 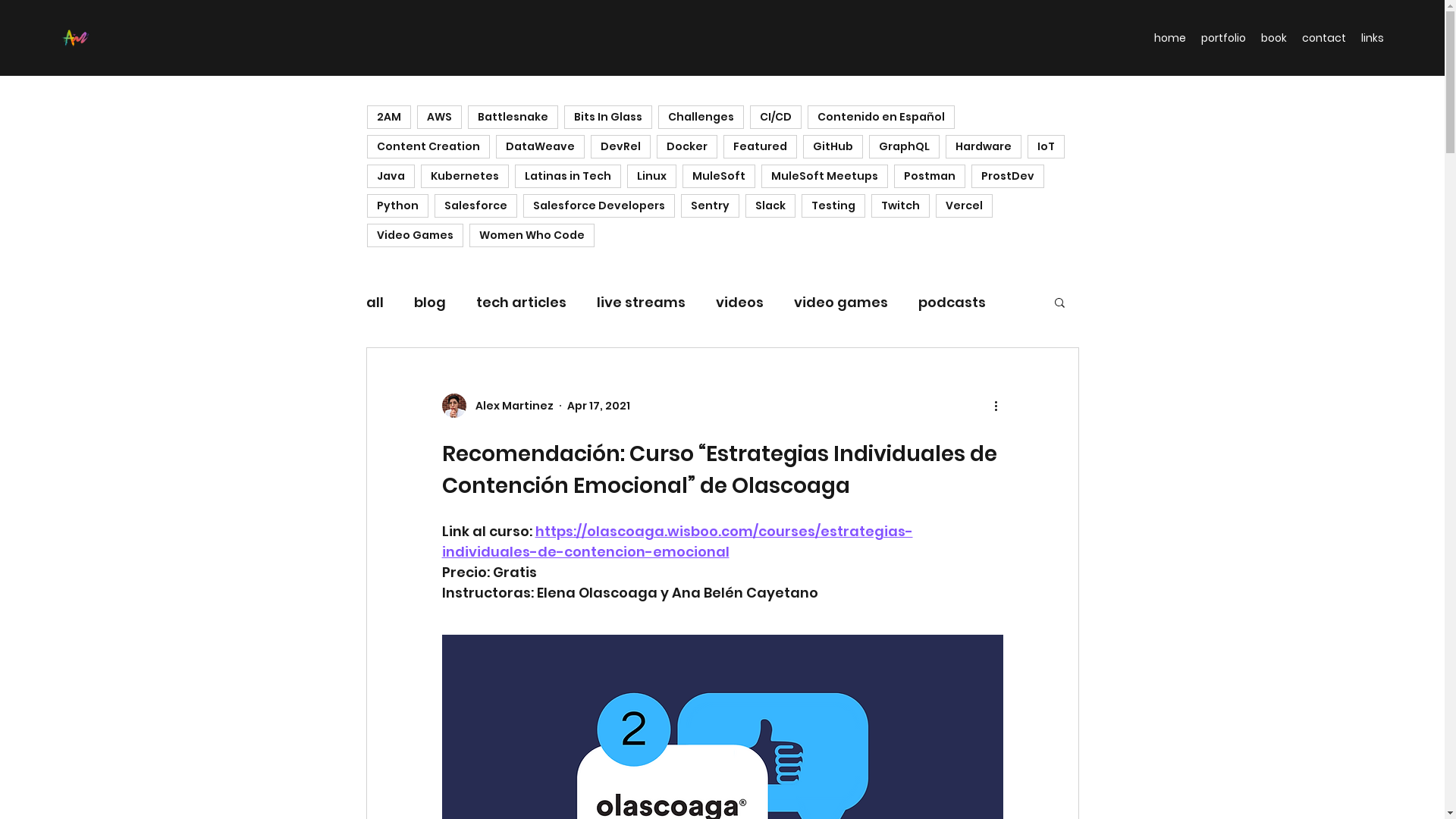 I want to click on 'contact', so click(x=1323, y=37).